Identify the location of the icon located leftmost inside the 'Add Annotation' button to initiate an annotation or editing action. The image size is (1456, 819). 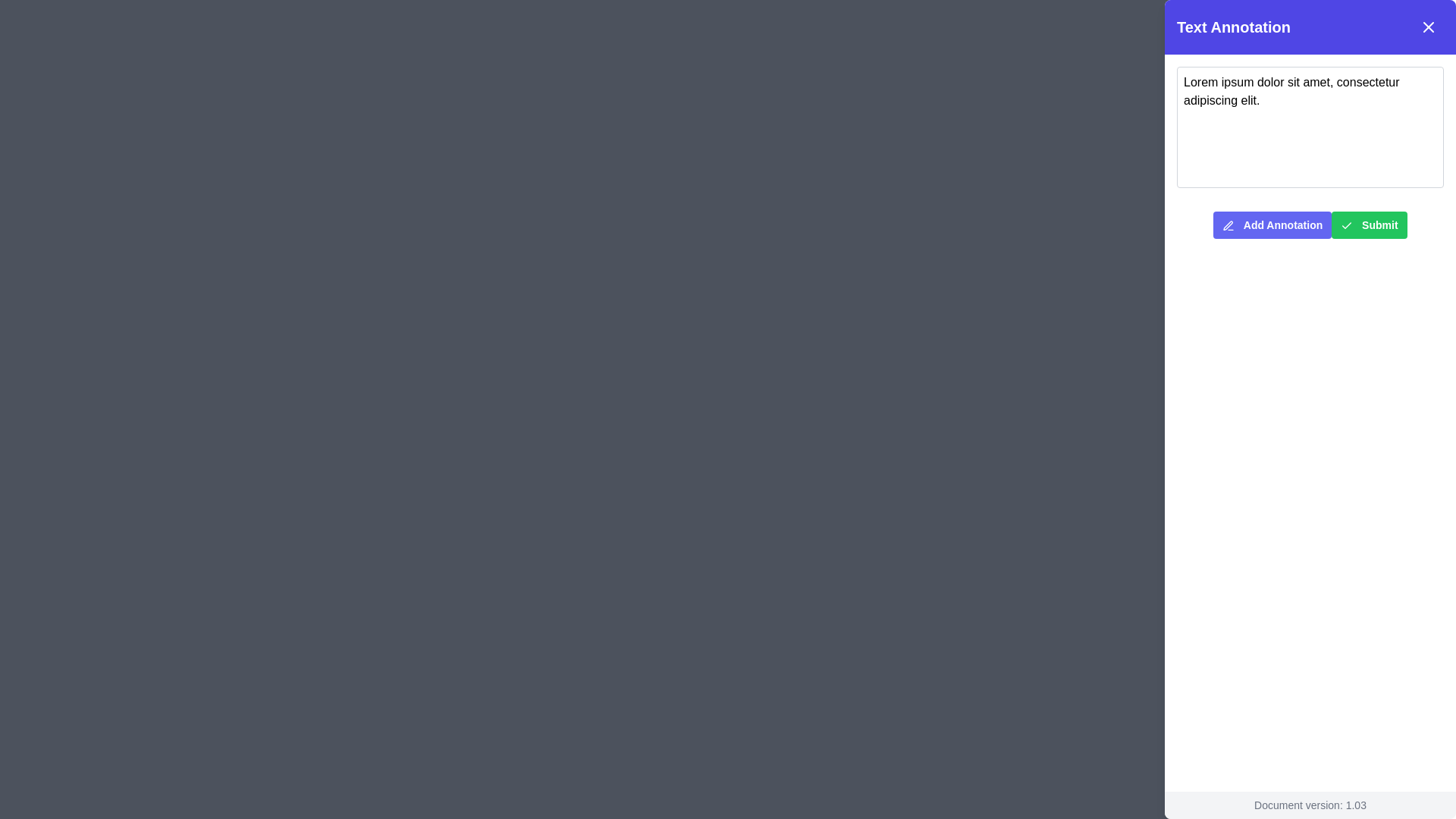
(1228, 226).